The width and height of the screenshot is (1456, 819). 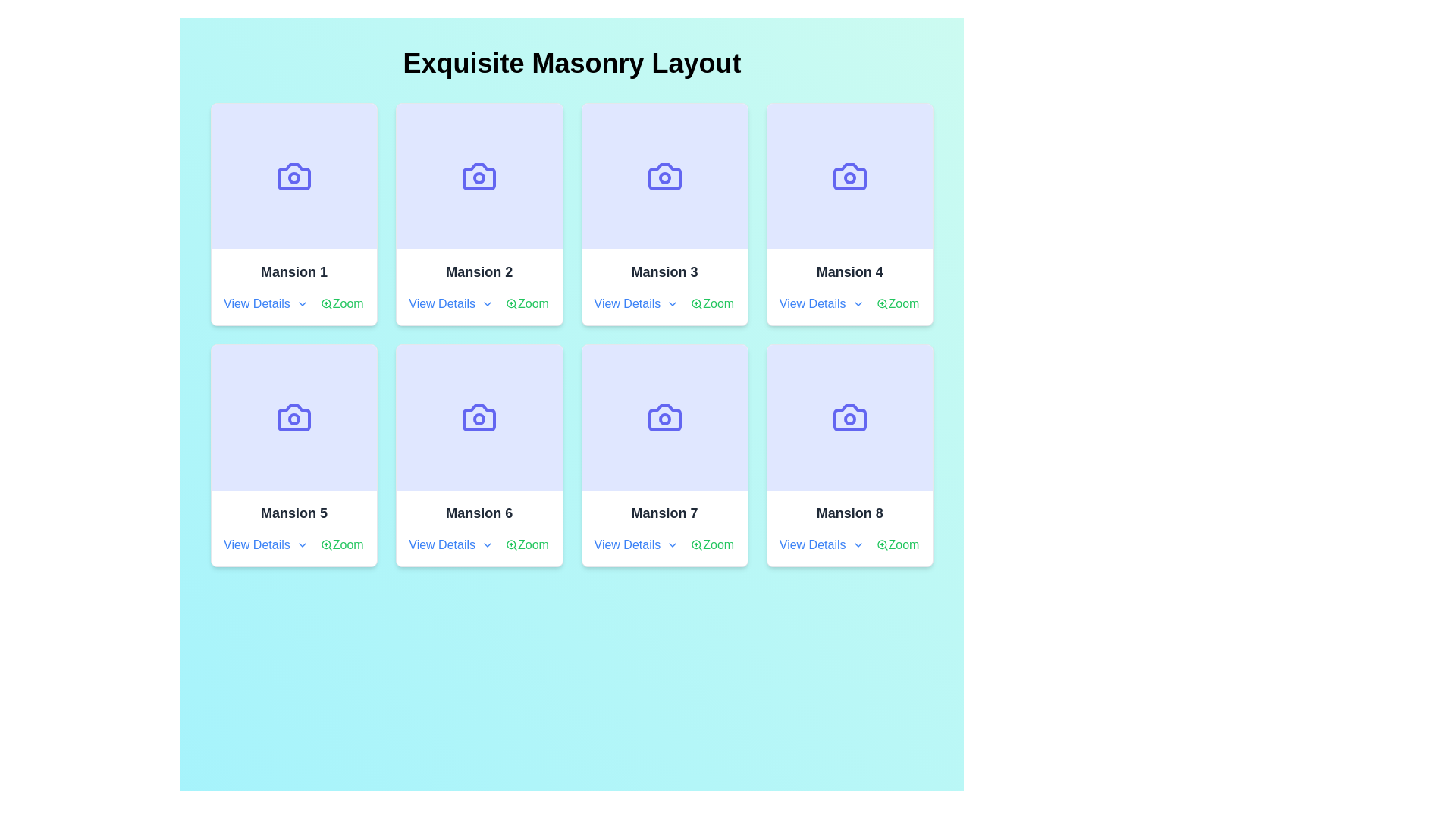 I want to click on text label located in the bottom half of the seventh card from the left in a grid of eight cards, positioned below an image icon and above the interactive links ('View Details' and 'Zoom'), so click(x=664, y=513).